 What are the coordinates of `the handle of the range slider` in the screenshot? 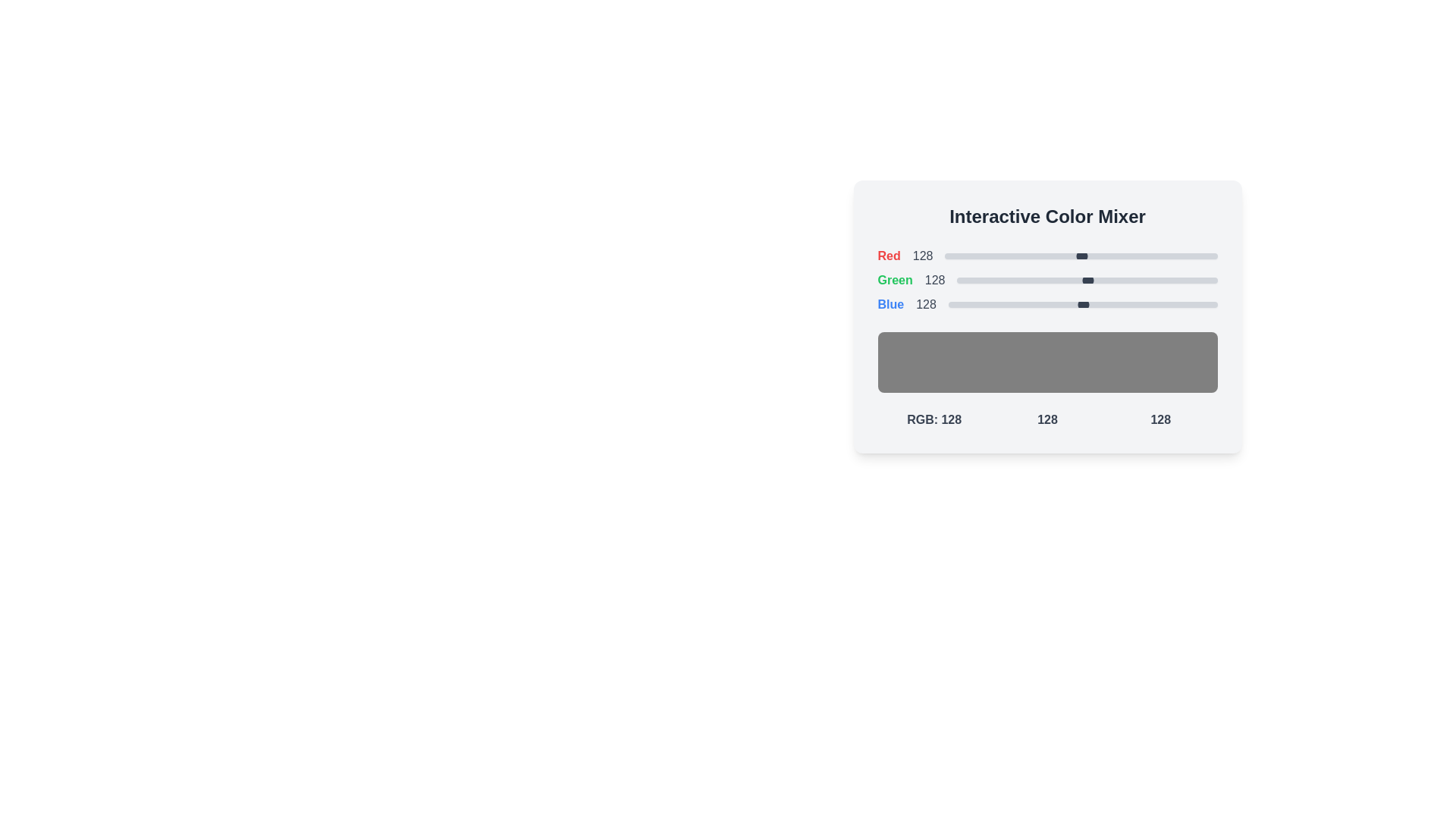 It's located at (1087, 281).